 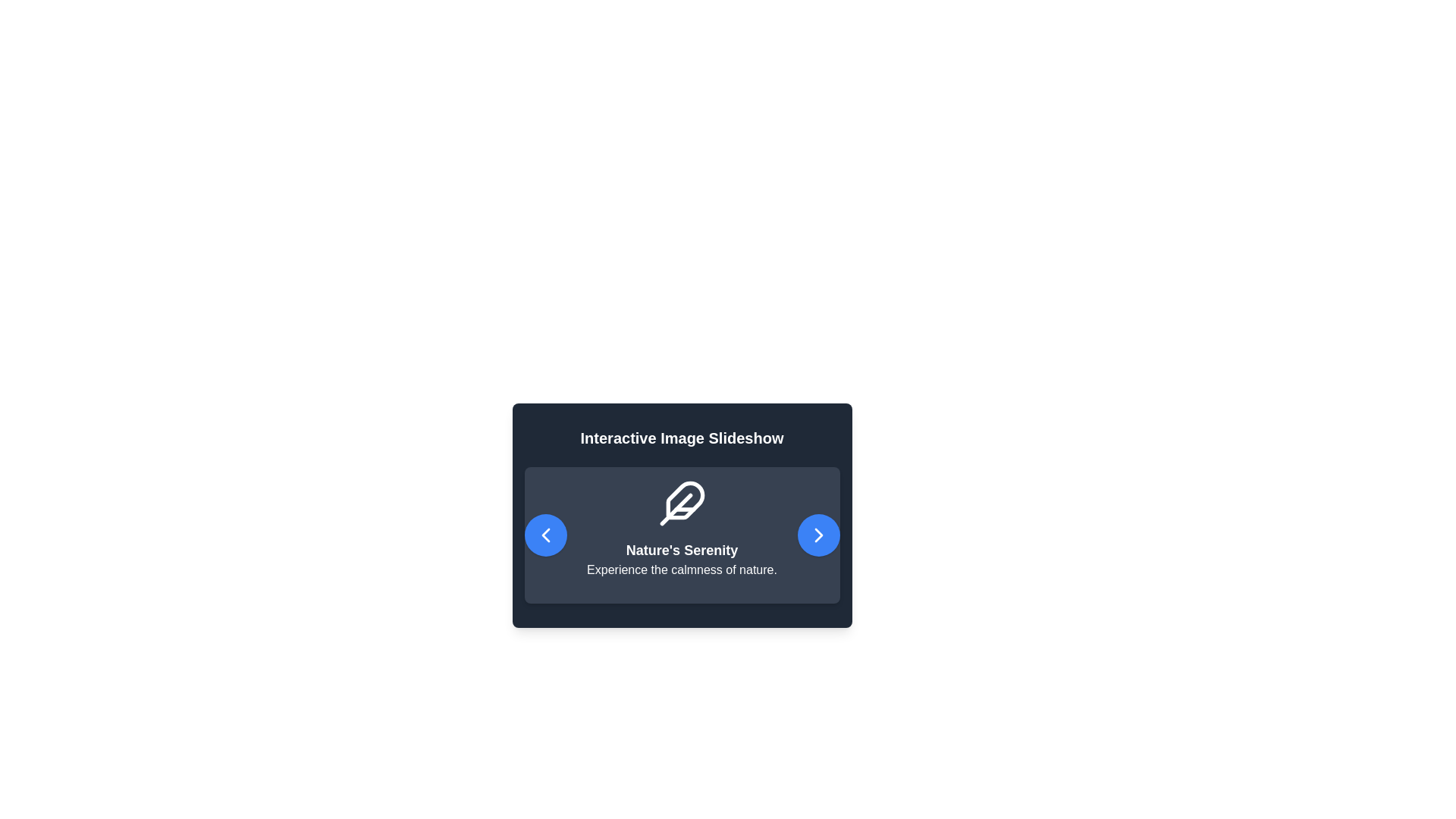 I want to click on the small, right-pointing chevron arrow icon, which is white against a blue circular background, located in the bottom-right corner of the dark-themed card titled 'Interactive Image Slideshow', so click(x=817, y=534).